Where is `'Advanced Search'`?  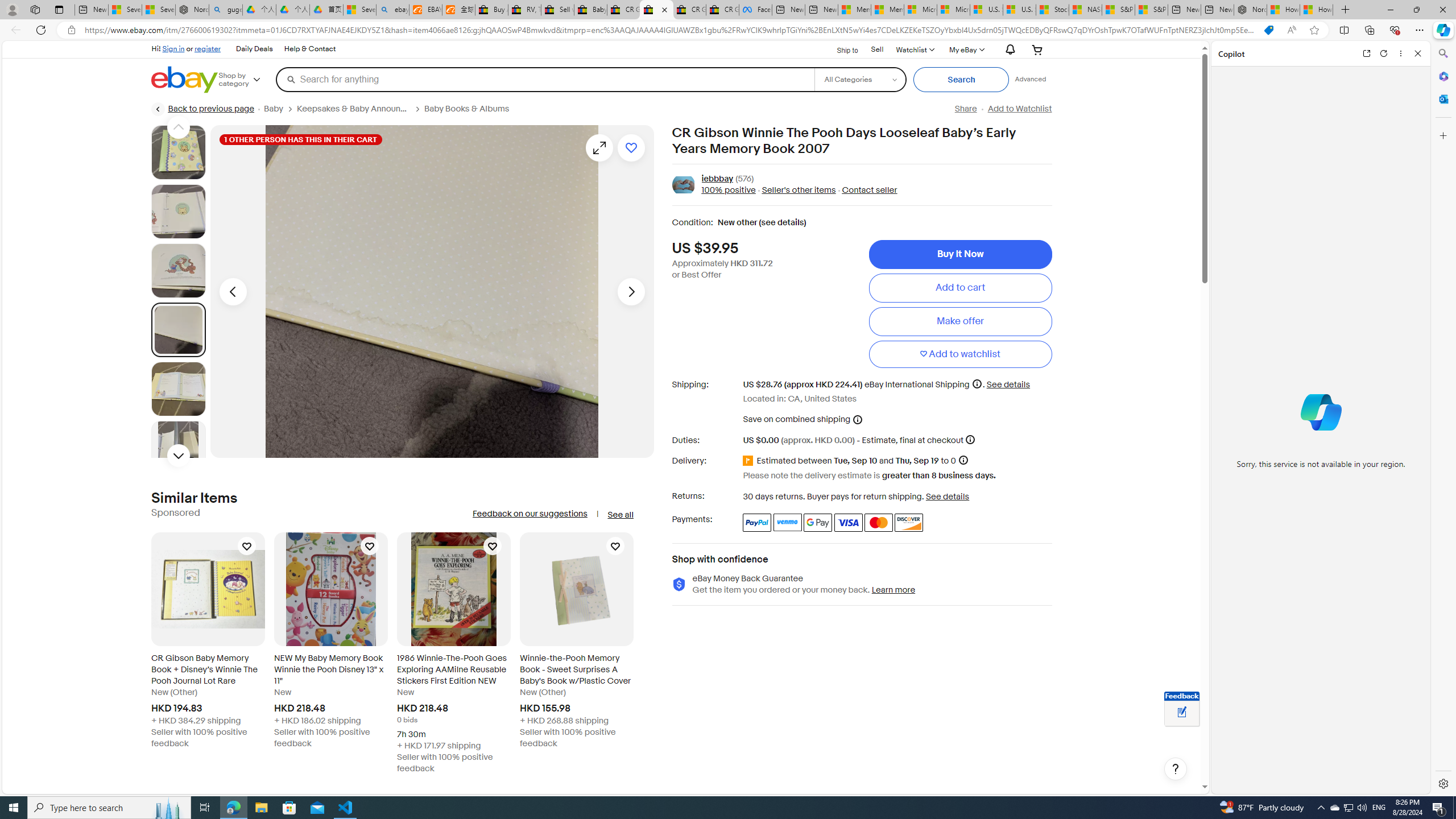
'Advanced Search' is located at coordinates (1030, 78).